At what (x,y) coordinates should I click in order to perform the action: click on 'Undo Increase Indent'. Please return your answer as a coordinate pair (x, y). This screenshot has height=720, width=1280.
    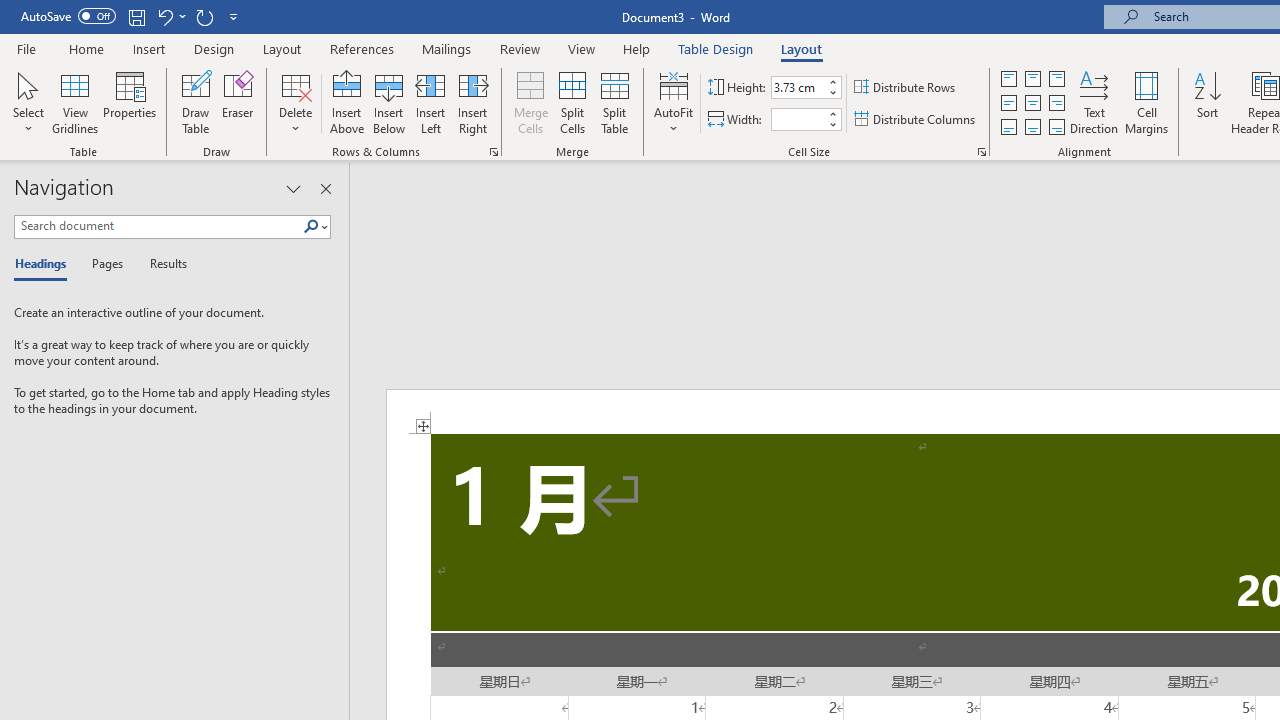
    Looking at the image, I should click on (164, 16).